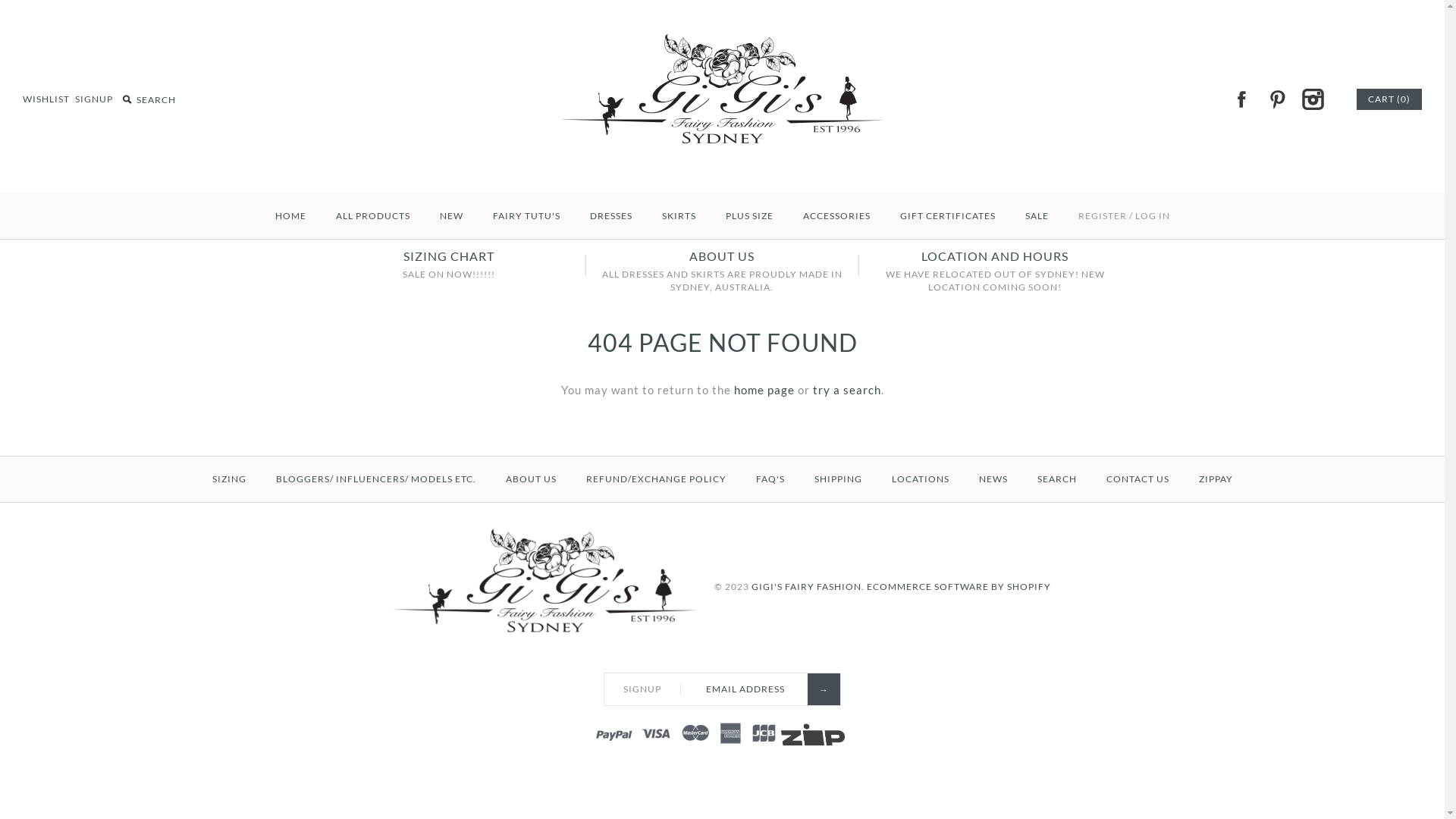 Image resolution: width=1456 pixels, height=819 pixels. Describe the element at coordinates (846, 388) in the screenshot. I see `'try a search'` at that location.